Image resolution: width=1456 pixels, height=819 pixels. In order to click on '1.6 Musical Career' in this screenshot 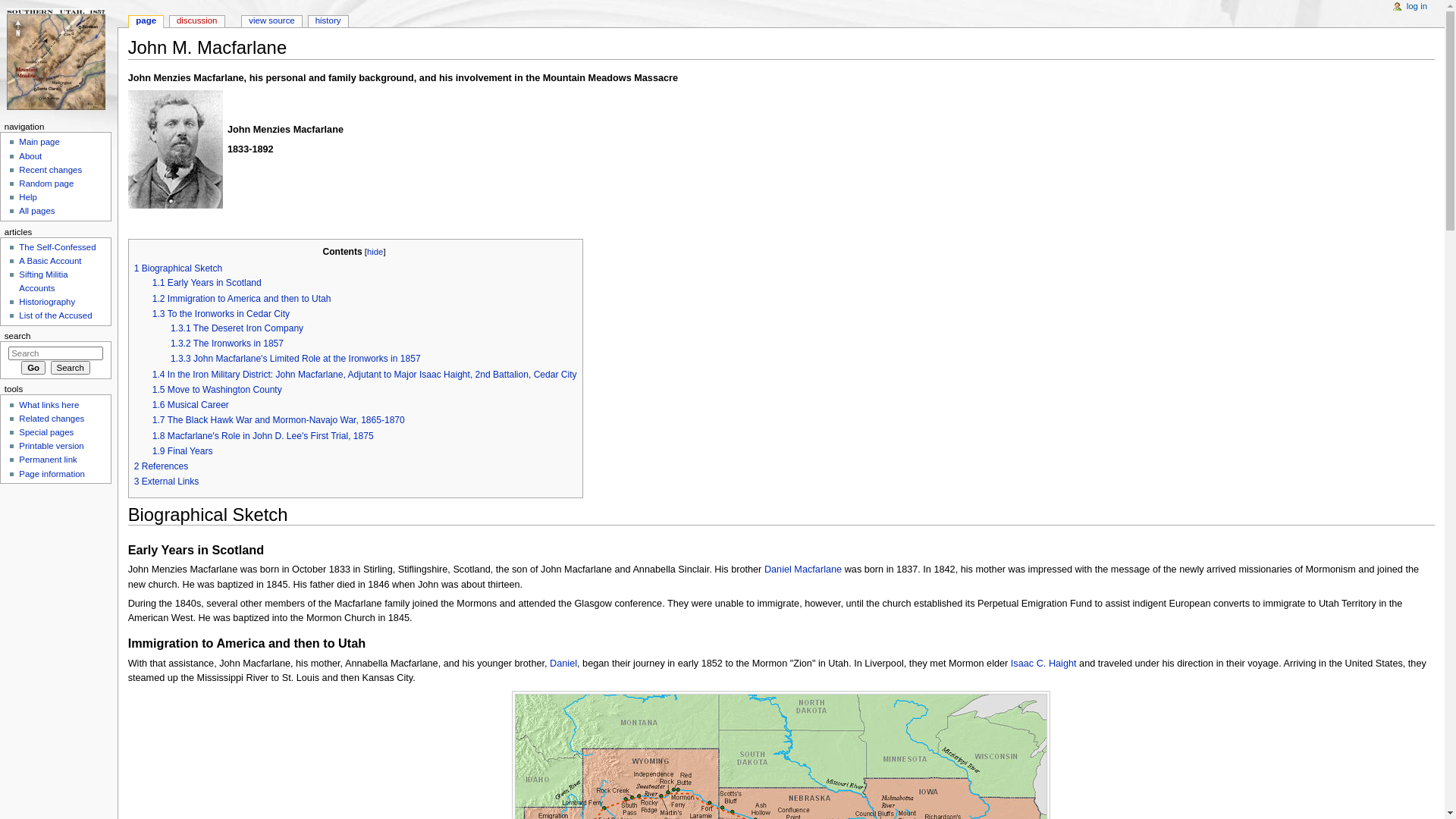, I will do `click(190, 403)`.